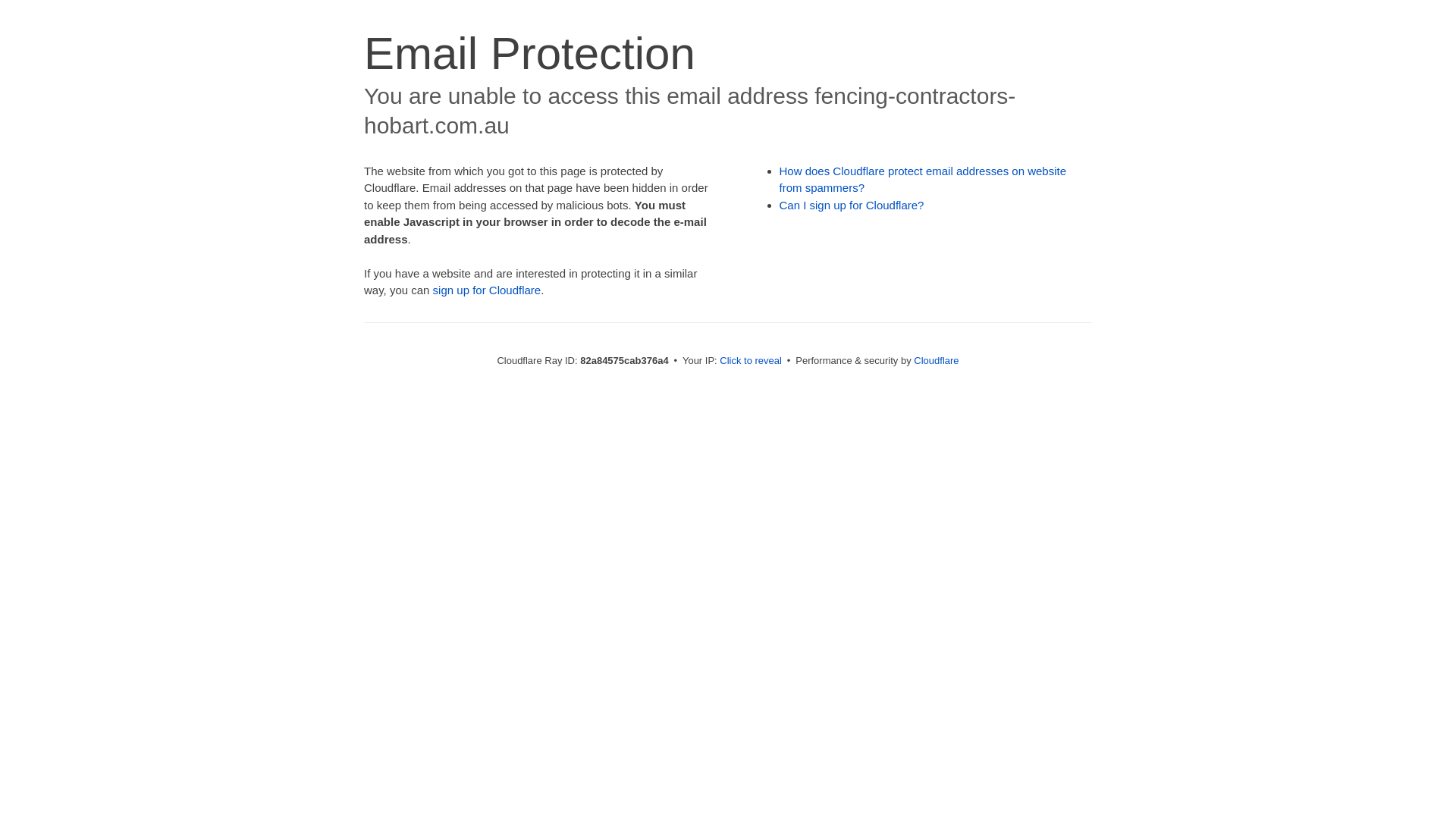  Describe the element at coordinates (750, 360) in the screenshot. I see `'Click to reveal'` at that location.